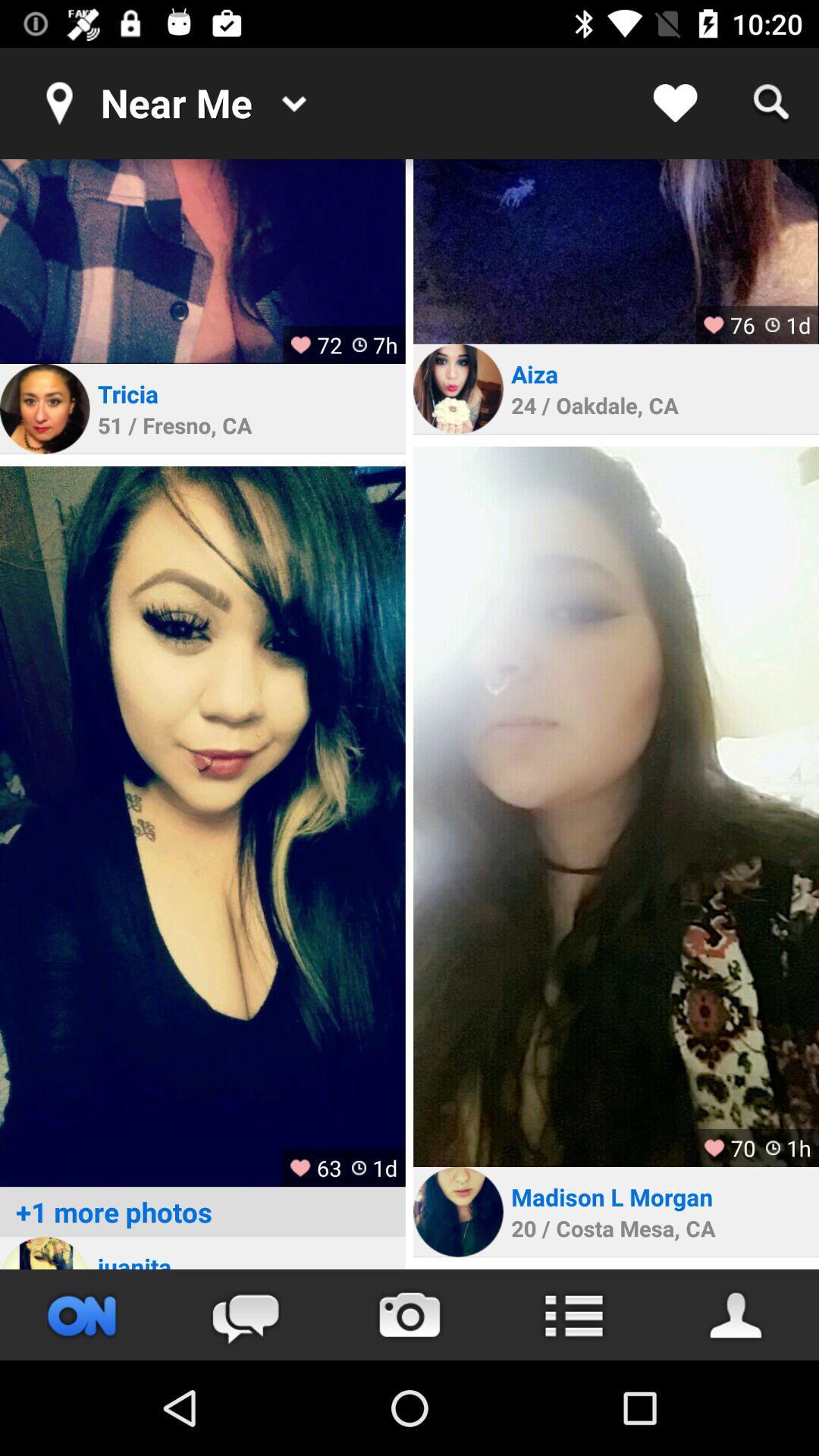 Image resolution: width=819 pixels, height=1456 pixels. I want to click on chat, so click(245, 1314).